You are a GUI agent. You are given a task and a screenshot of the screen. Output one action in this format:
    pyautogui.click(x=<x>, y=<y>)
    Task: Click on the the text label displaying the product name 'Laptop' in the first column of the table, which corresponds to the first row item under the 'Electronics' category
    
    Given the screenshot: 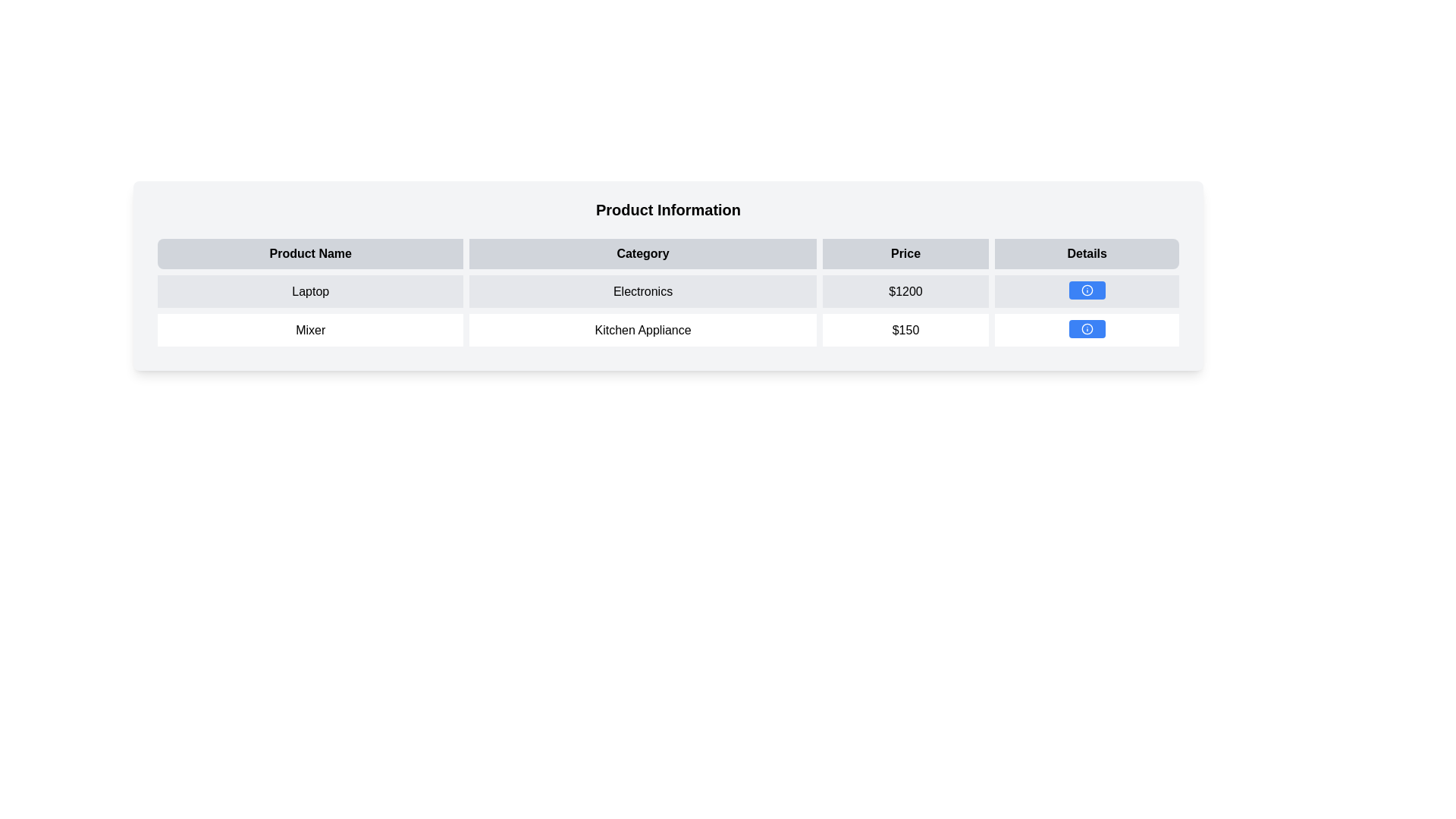 What is the action you would take?
    pyautogui.click(x=309, y=291)
    